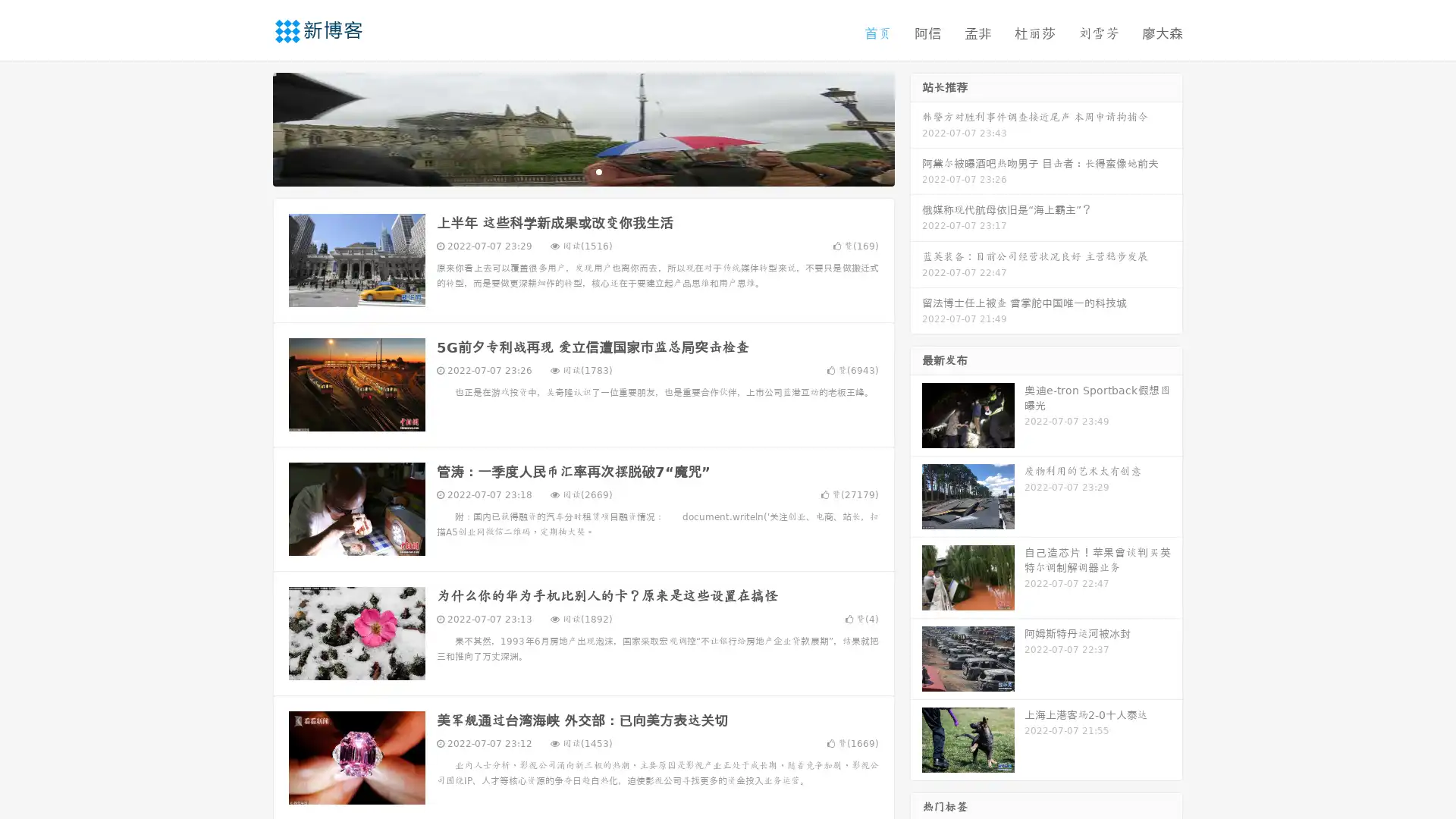 This screenshot has height=819, width=1456. Describe the element at coordinates (598, 171) in the screenshot. I see `Go to slide 3` at that location.